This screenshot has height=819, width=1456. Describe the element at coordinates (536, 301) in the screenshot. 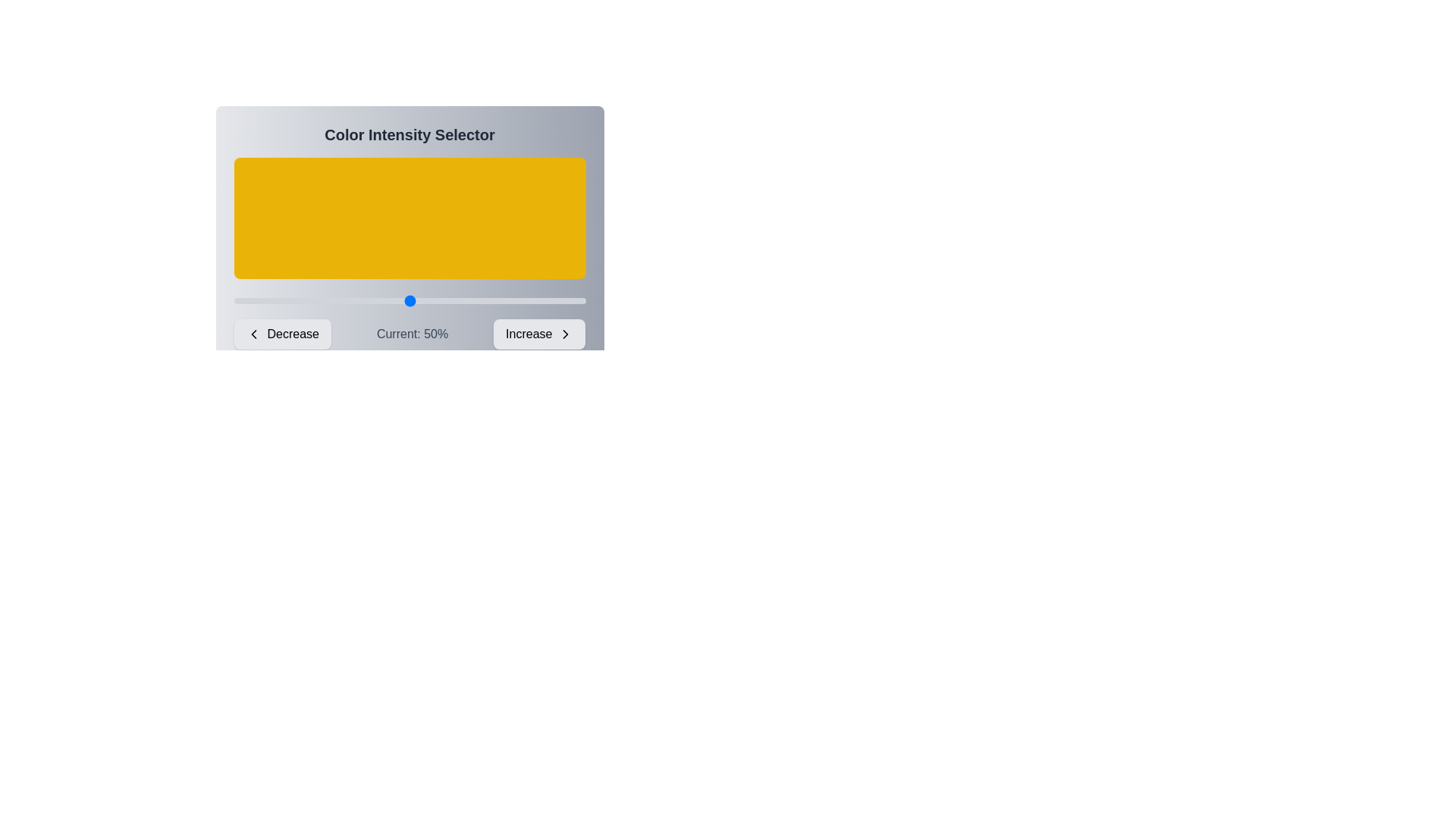

I see `color intensity` at that location.